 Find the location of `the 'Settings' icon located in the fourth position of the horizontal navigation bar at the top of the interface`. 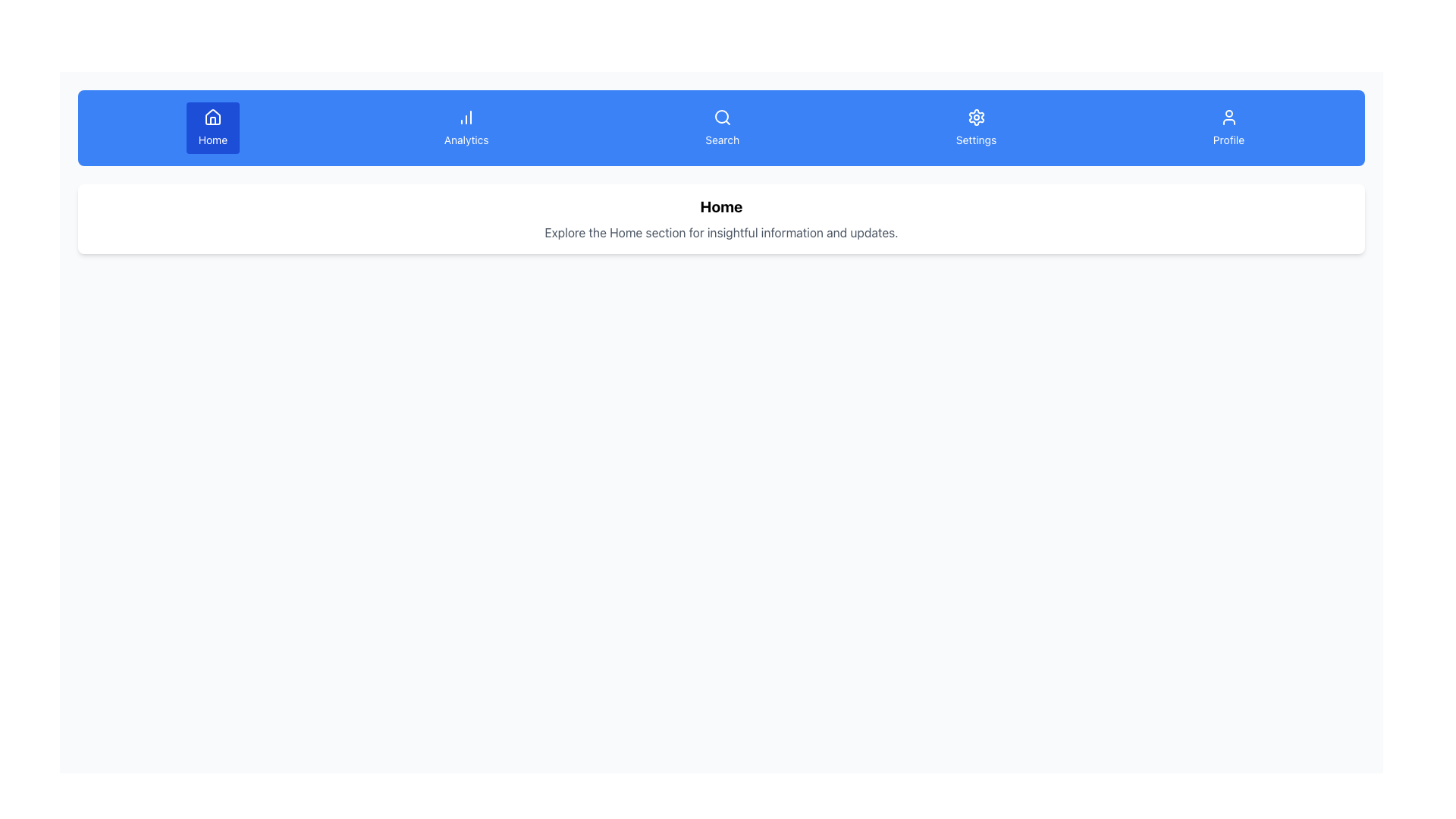

the 'Settings' icon located in the fourth position of the horizontal navigation bar at the top of the interface is located at coordinates (976, 116).